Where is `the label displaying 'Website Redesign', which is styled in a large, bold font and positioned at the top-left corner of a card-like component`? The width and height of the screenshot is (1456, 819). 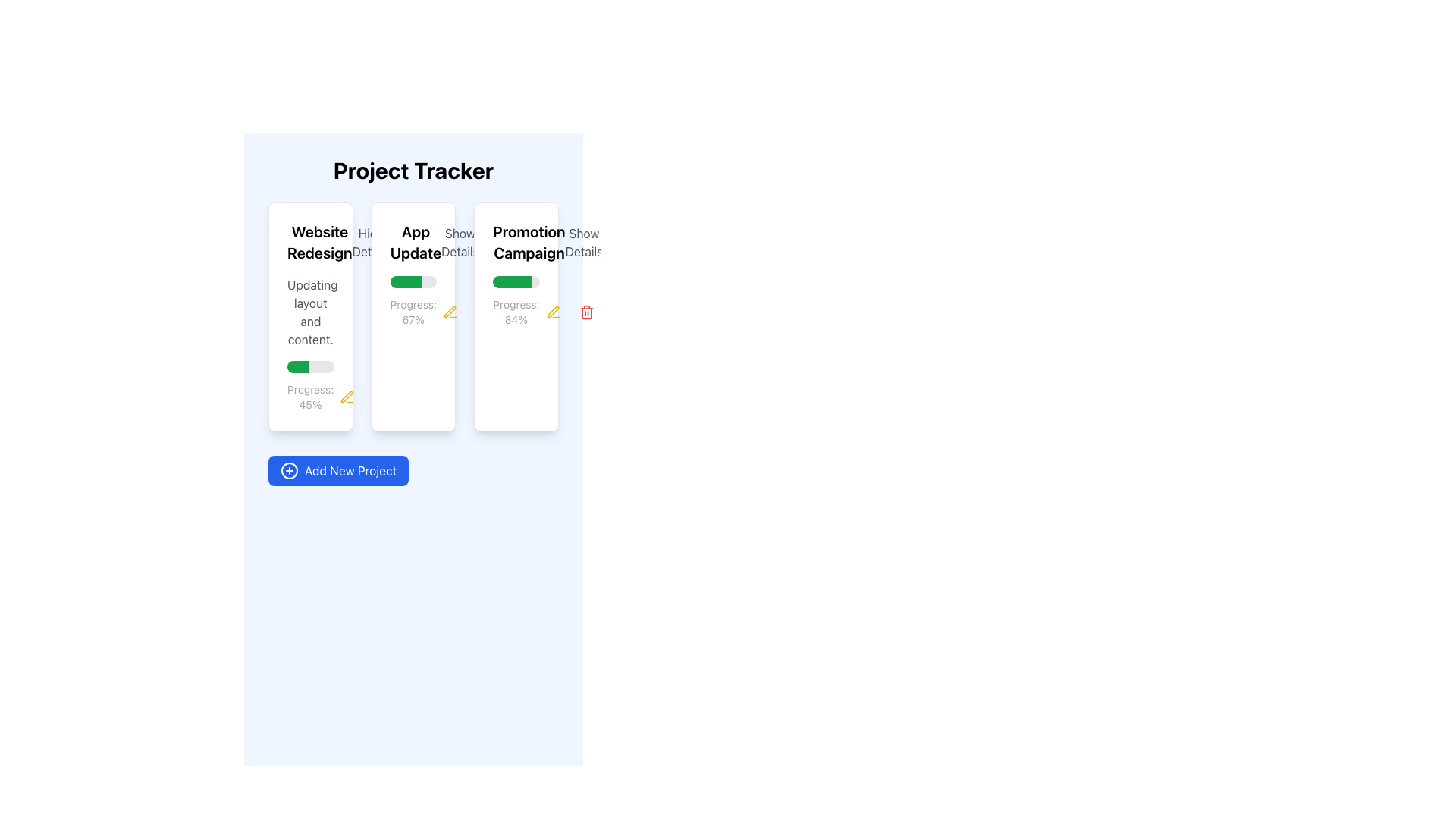 the label displaying 'Website Redesign', which is styled in a large, bold font and positioned at the top-left corner of a card-like component is located at coordinates (318, 242).